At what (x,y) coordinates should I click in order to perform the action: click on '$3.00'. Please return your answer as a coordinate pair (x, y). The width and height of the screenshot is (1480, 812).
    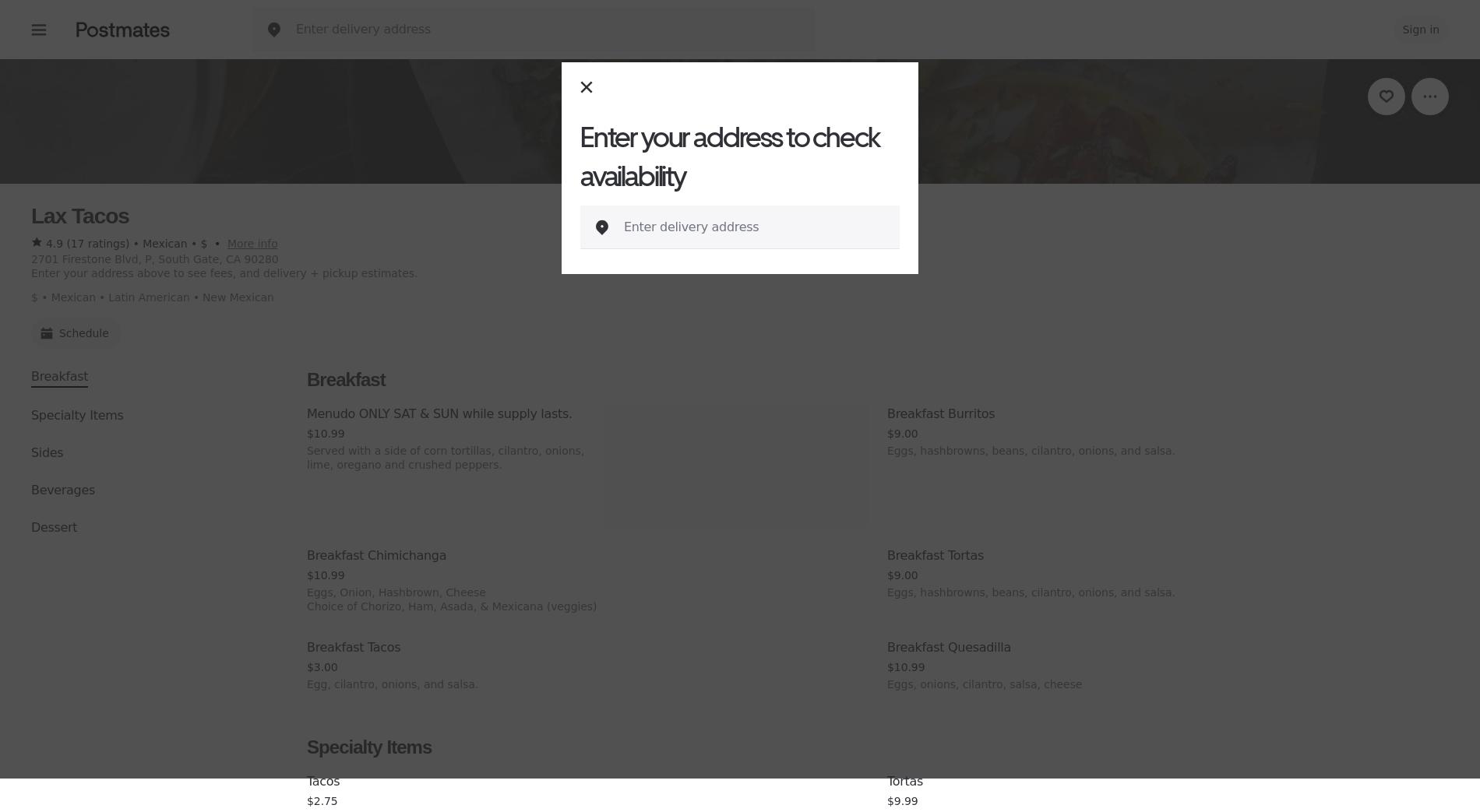
    Looking at the image, I should click on (321, 667).